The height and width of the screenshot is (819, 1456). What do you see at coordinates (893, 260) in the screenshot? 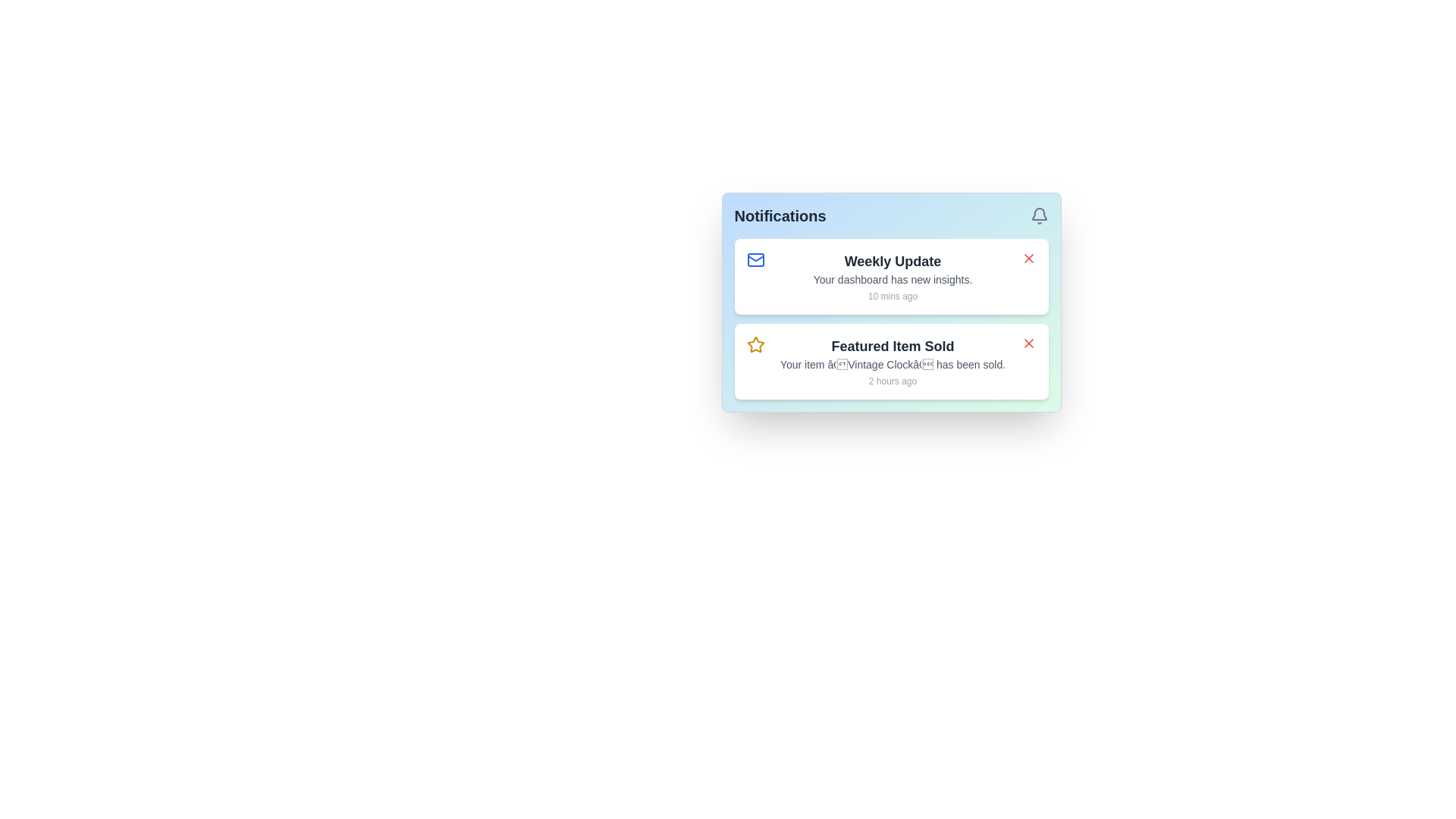
I see `title text of the first notification card located at the top section, which serves to indicate the main topic of the notification` at bounding box center [893, 260].